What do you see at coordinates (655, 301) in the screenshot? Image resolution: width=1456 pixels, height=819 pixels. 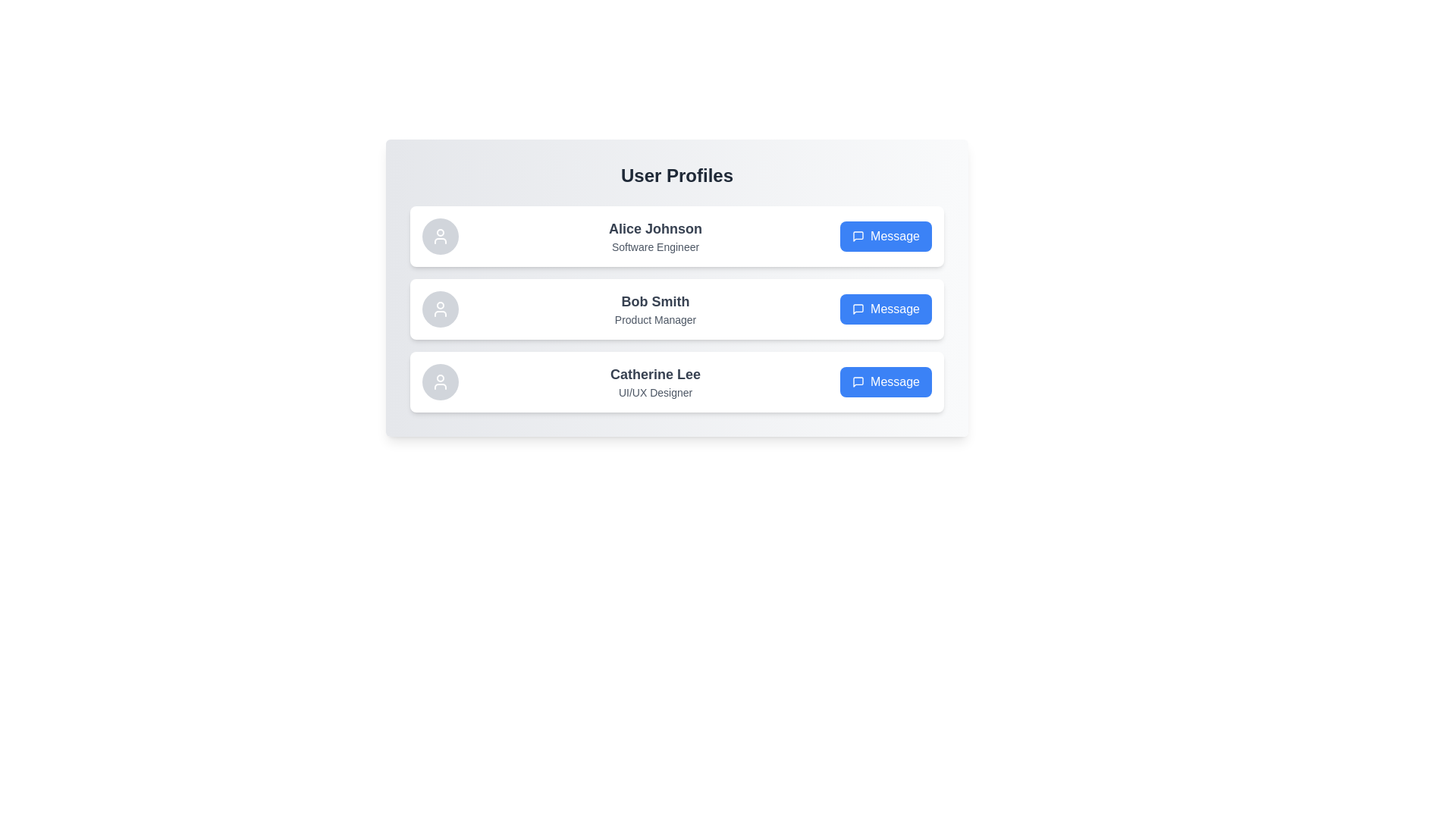 I see `the text of Bob Smith to select it` at bounding box center [655, 301].